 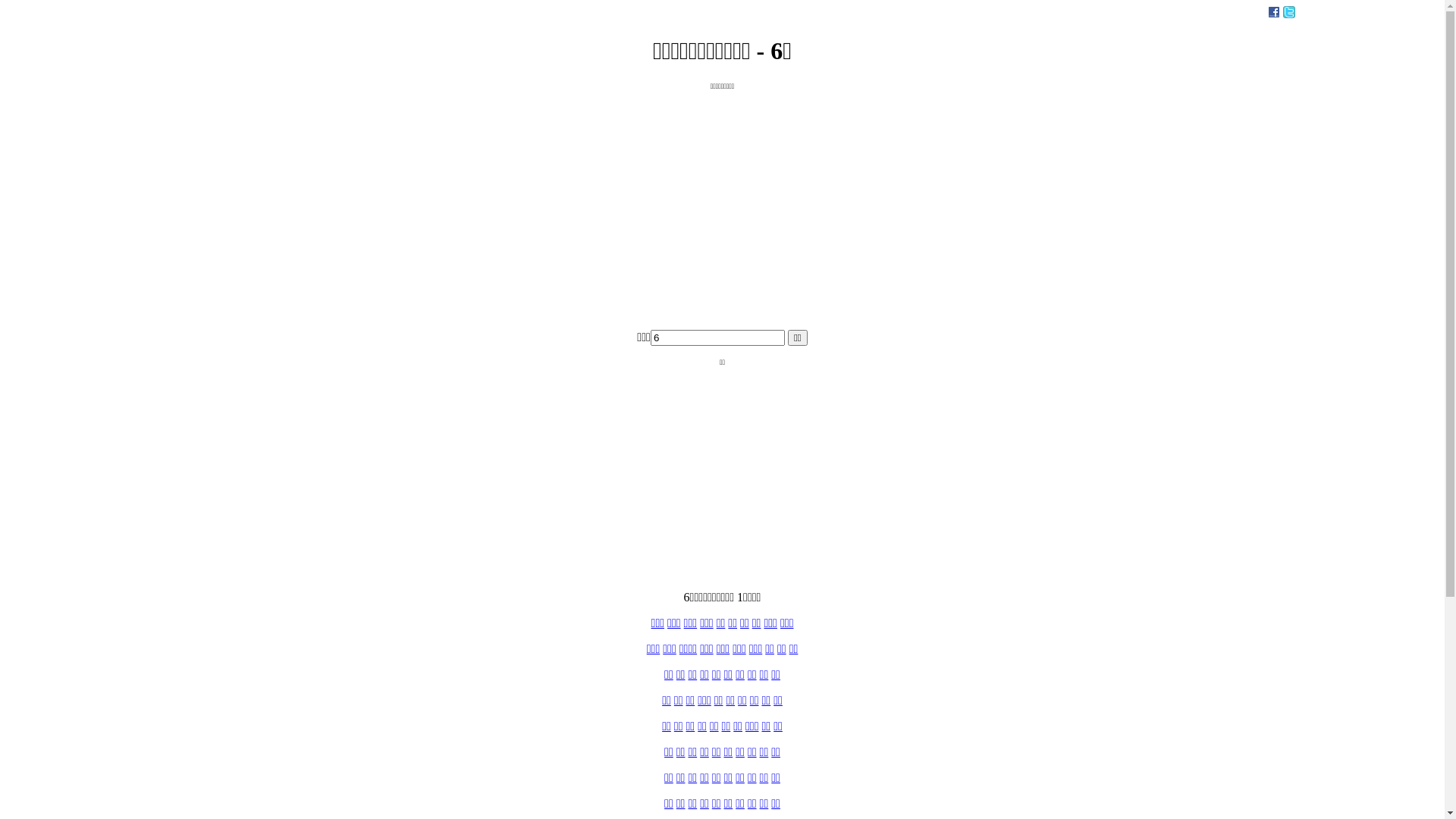 I want to click on 'Advertisement', so click(x=720, y=195).